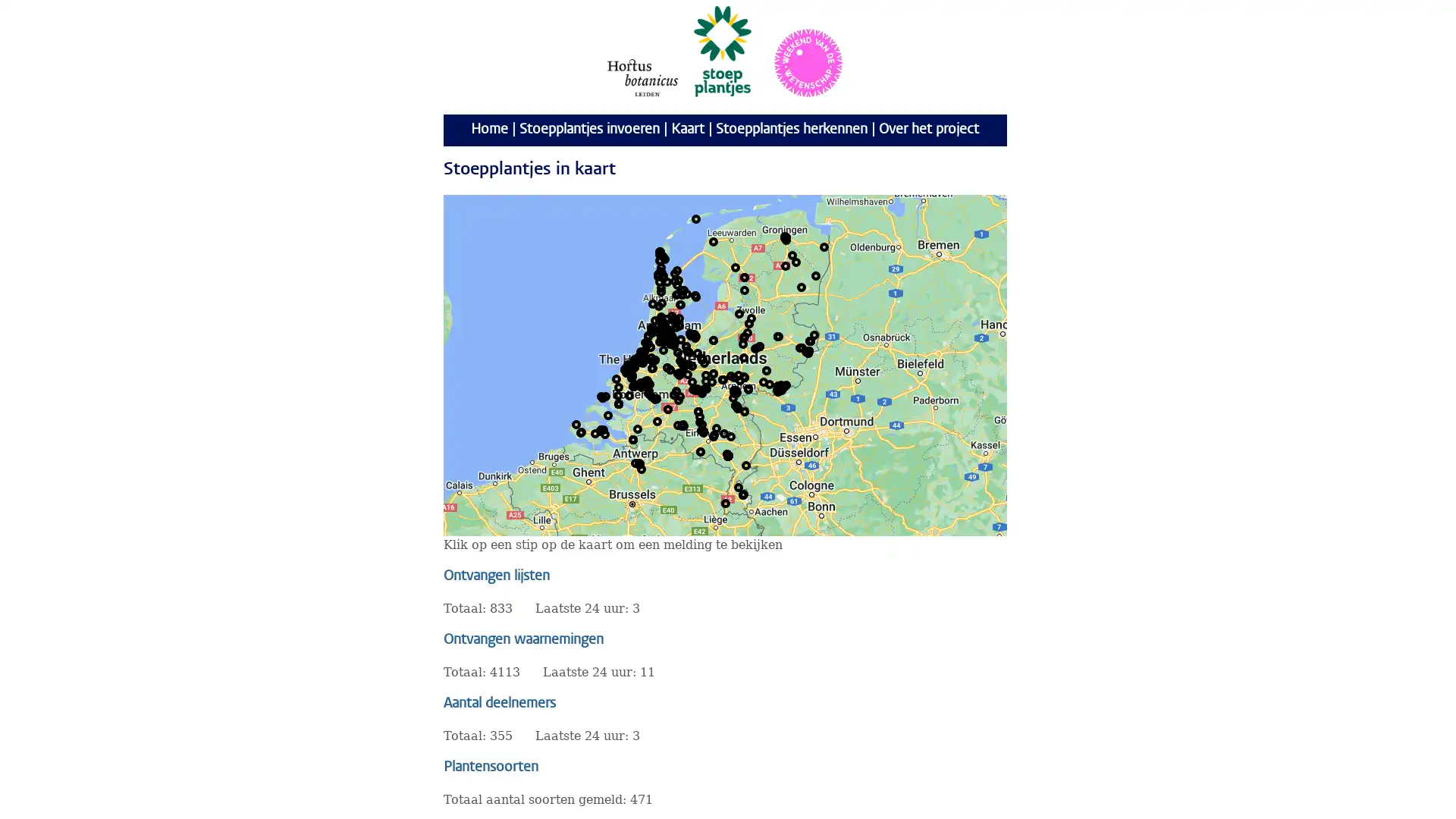 The height and width of the screenshot is (819, 1456). Describe the element at coordinates (704, 388) in the screenshot. I see `Telling van op 26 maart 2022` at that location.